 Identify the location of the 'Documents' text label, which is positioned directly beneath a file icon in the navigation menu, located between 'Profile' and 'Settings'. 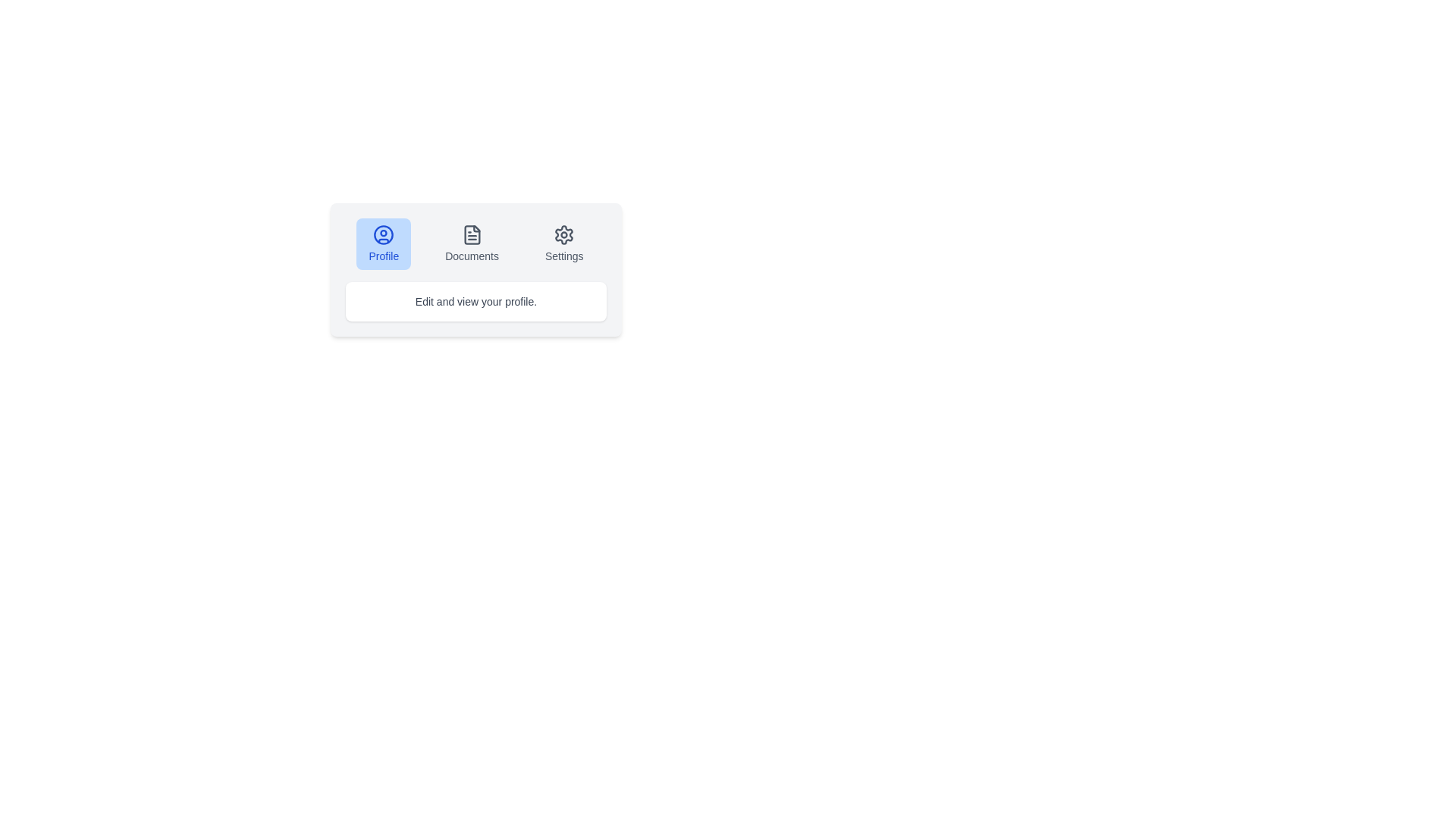
(471, 256).